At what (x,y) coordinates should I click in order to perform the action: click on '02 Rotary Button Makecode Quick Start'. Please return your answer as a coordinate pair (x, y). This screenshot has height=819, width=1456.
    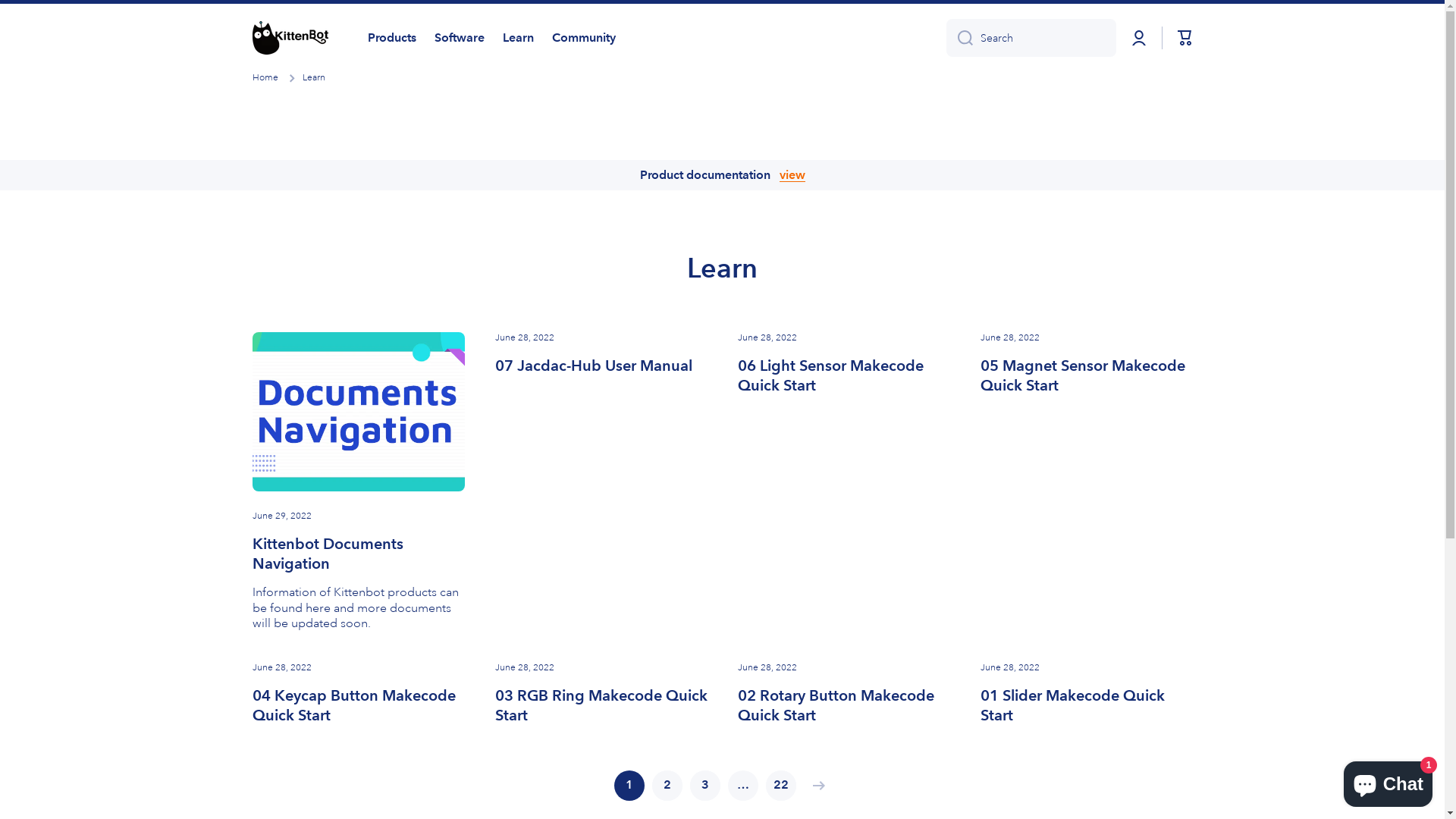
    Looking at the image, I should click on (843, 704).